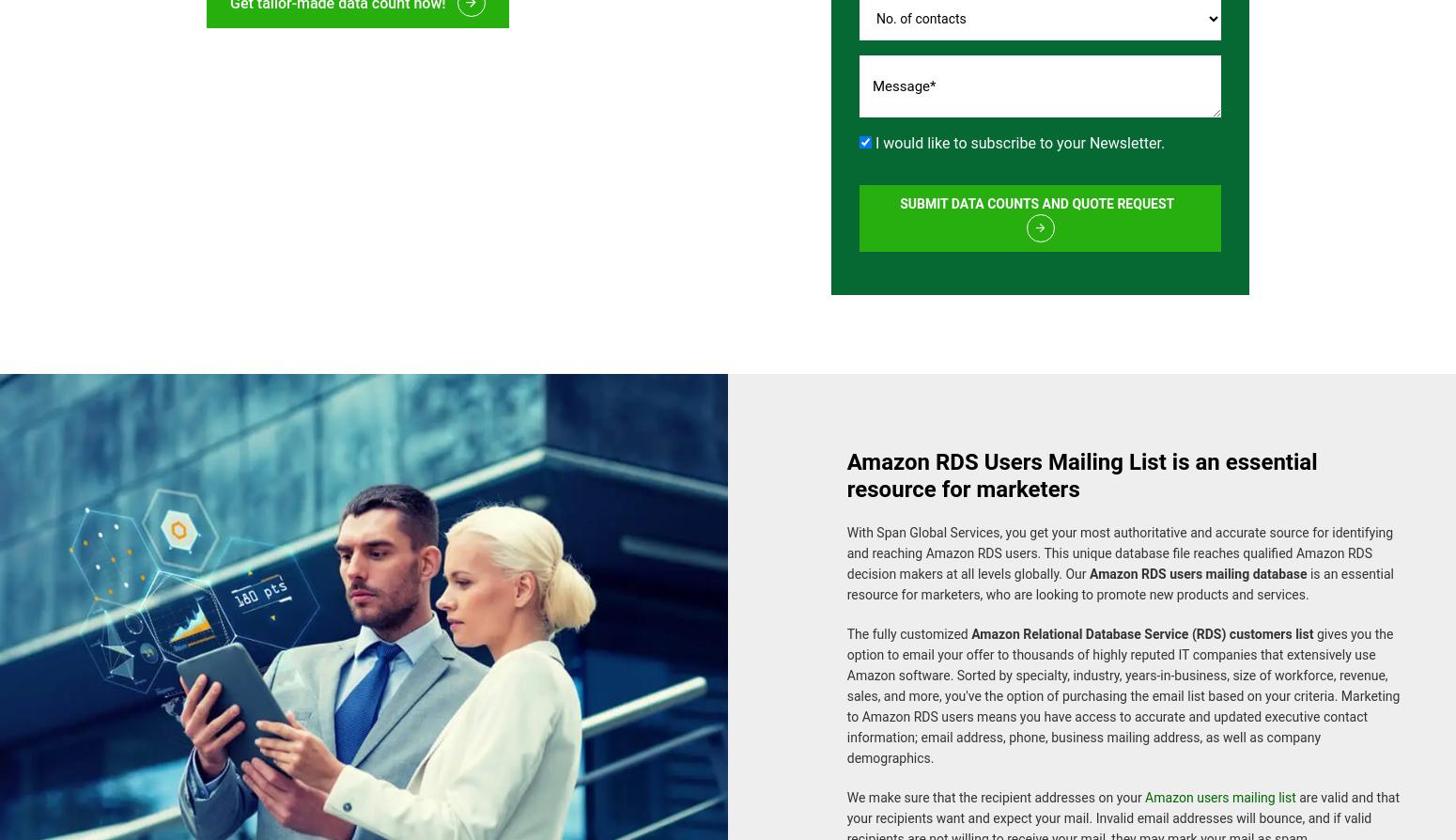 This screenshot has height=840, width=1456. What do you see at coordinates (1119, 573) in the screenshot?
I see `'is an essential resource for marketers, who are looking to promote new products and services.'` at bounding box center [1119, 573].